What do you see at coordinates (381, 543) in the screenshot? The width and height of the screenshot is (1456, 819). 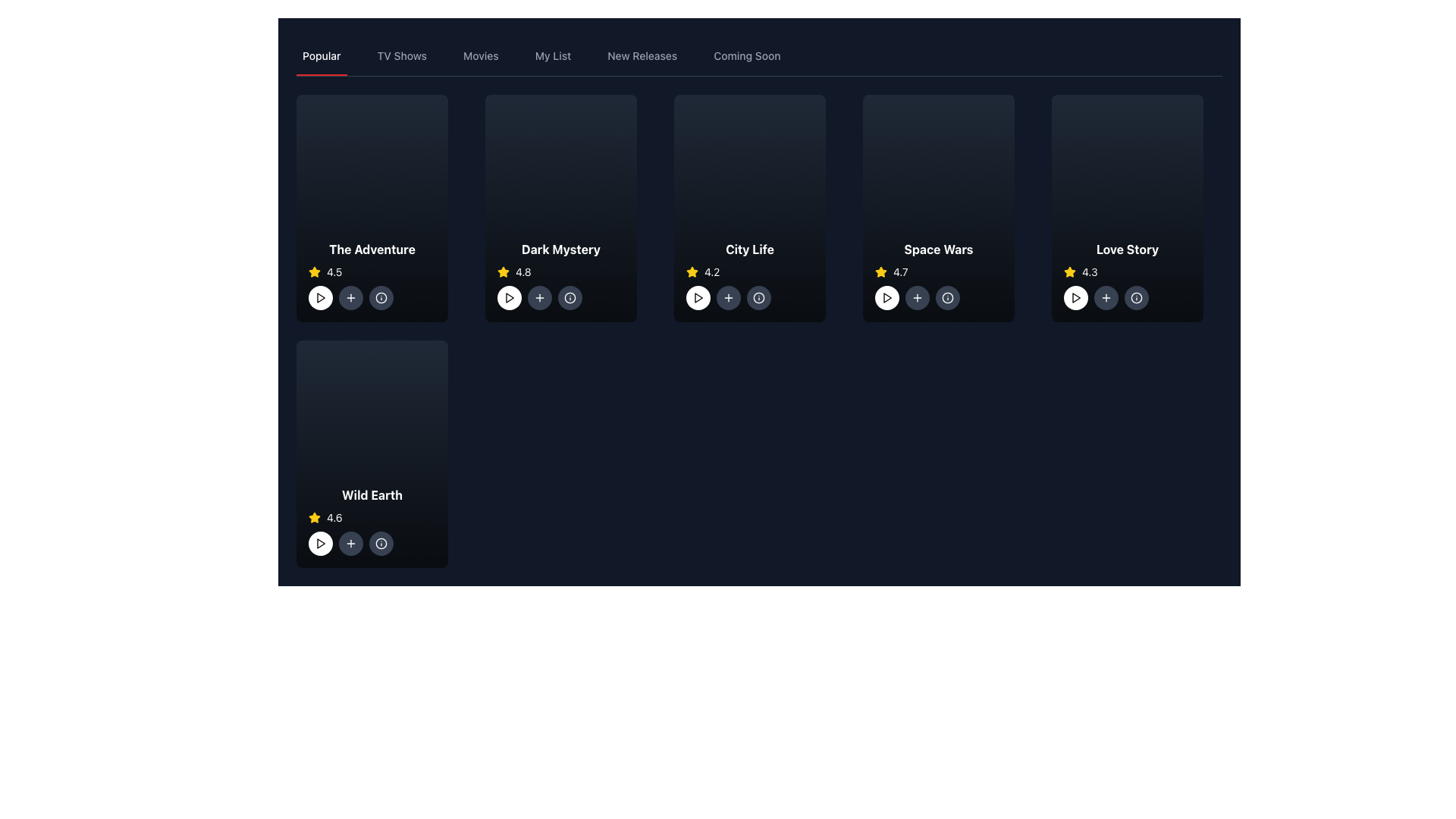 I see `the third button in the horizontal set below the 'Wild Earth' card` at bounding box center [381, 543].